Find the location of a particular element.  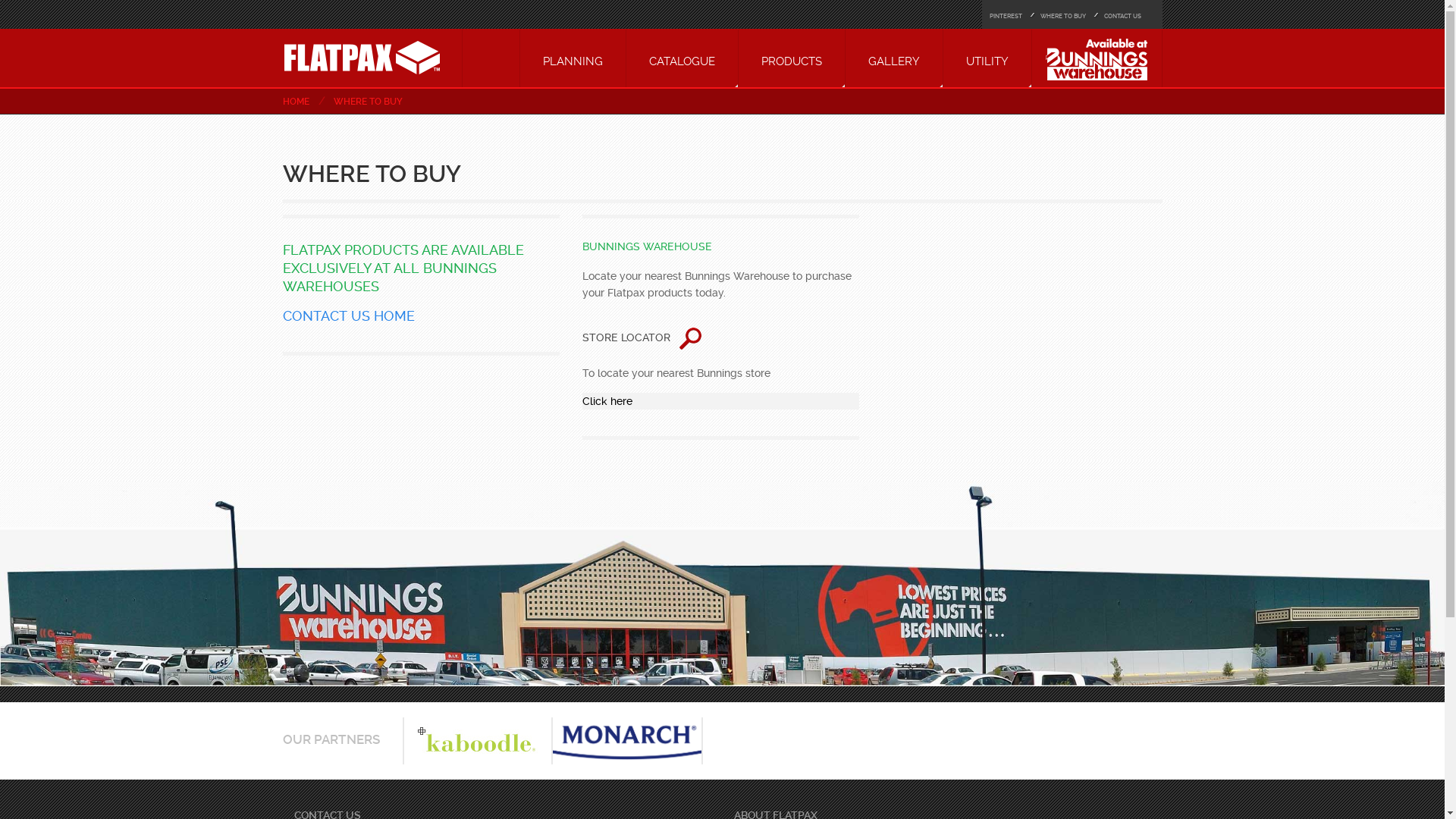

'PRODUCTS' is located at coordinates (790, 58).